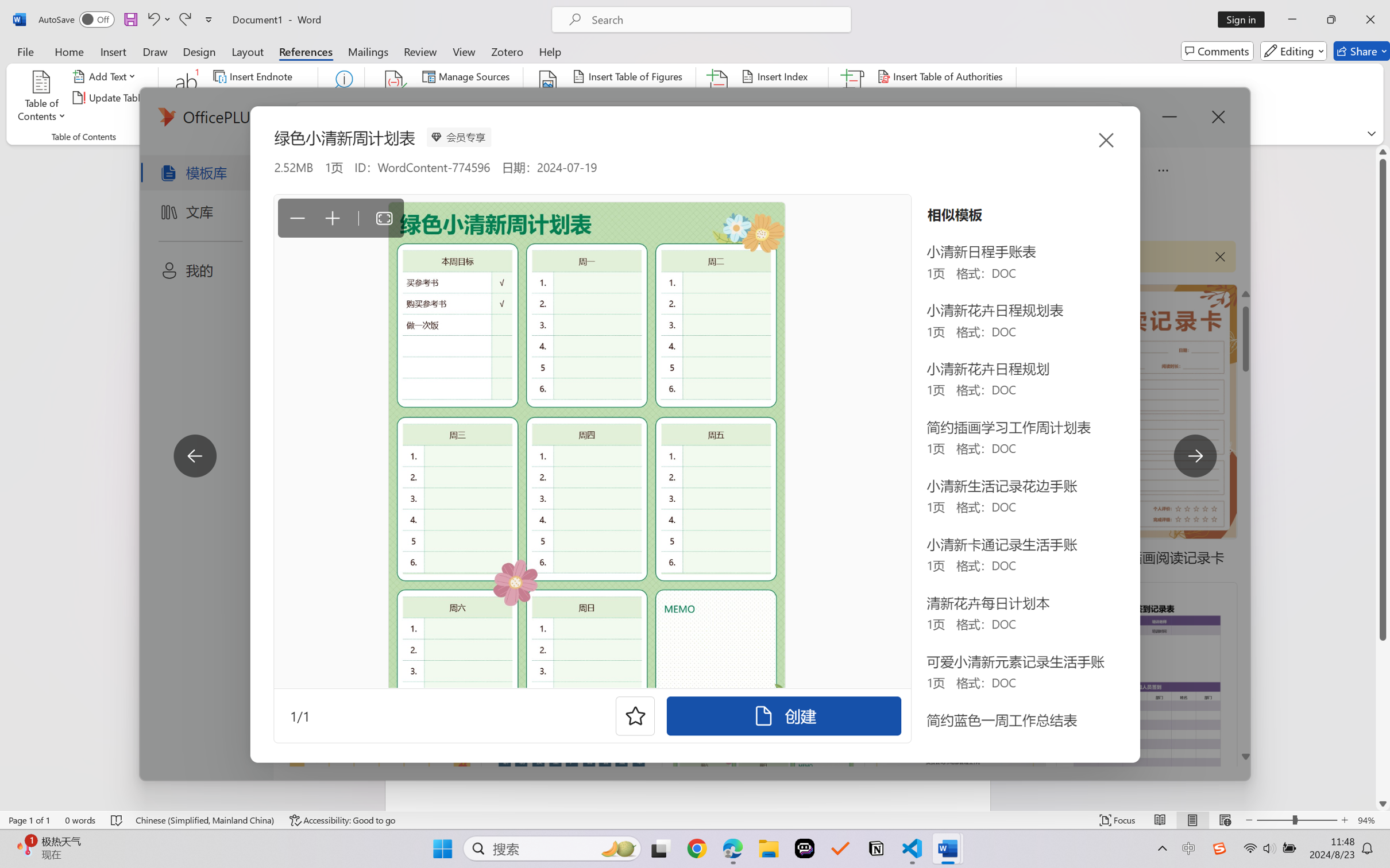 The width and height of the screenshot is (1390, 868). What do you see at coordinates (1383, 803) in the screenshot?
I see `'Line down'` at bounding box center [1383, 803].